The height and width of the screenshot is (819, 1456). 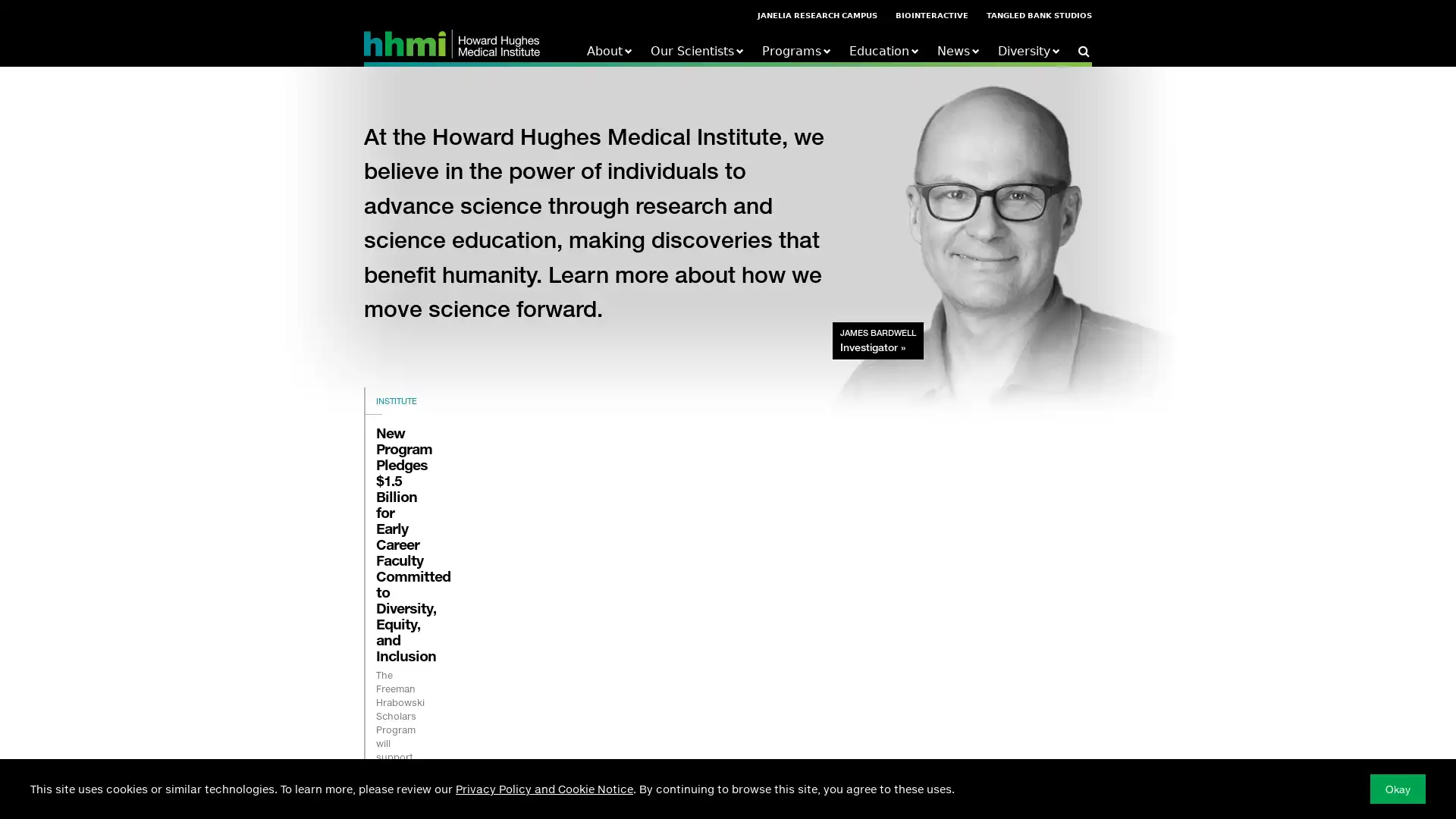 I want to click on Our Scientists, so click(x=696, y=51).